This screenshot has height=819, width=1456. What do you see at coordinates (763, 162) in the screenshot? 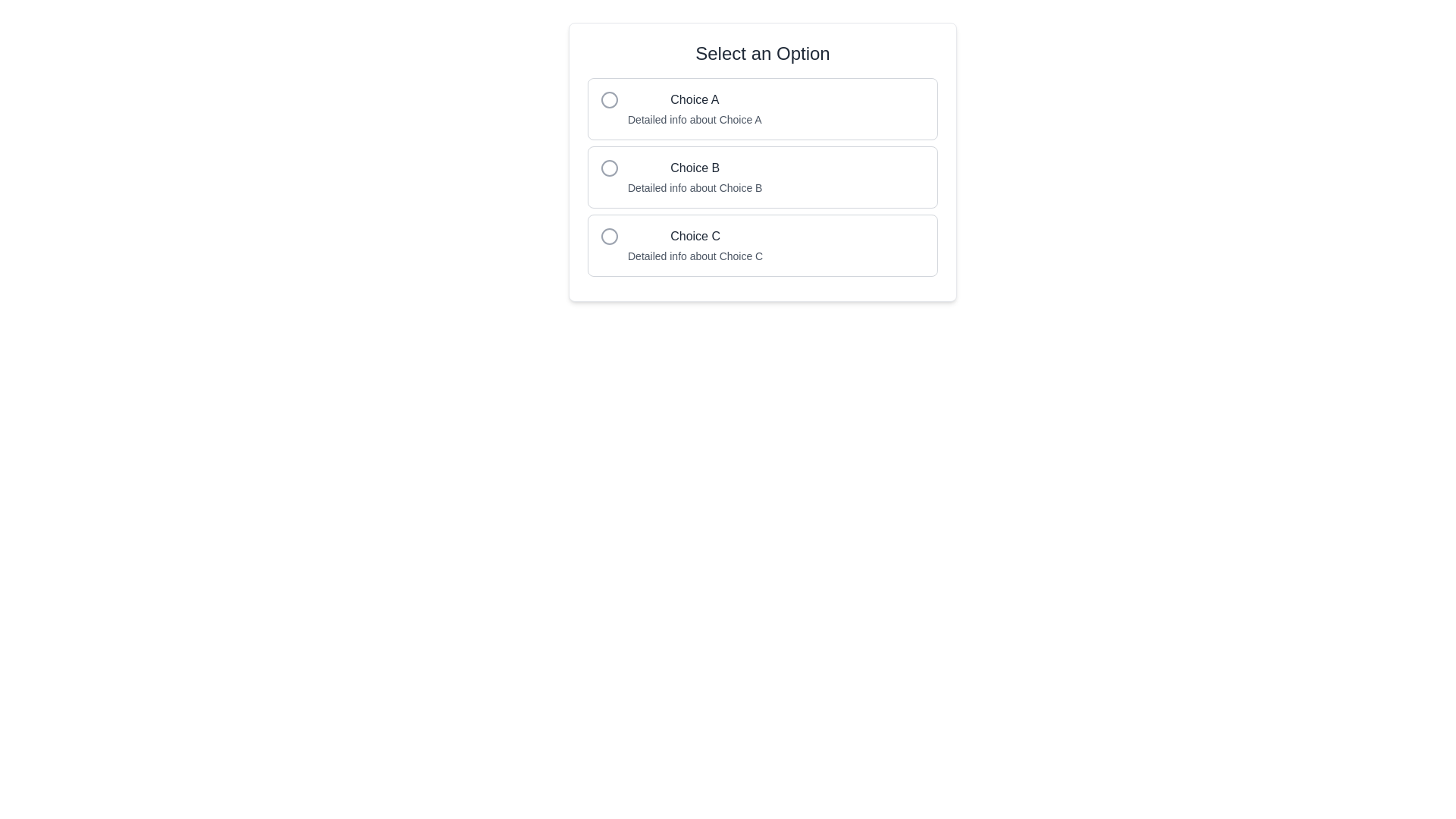
I see `the second radio button card in the list of options under 'Select an Option', positioned between 'Choice A' and 'Choice C'` at bounding box center [763, 162].